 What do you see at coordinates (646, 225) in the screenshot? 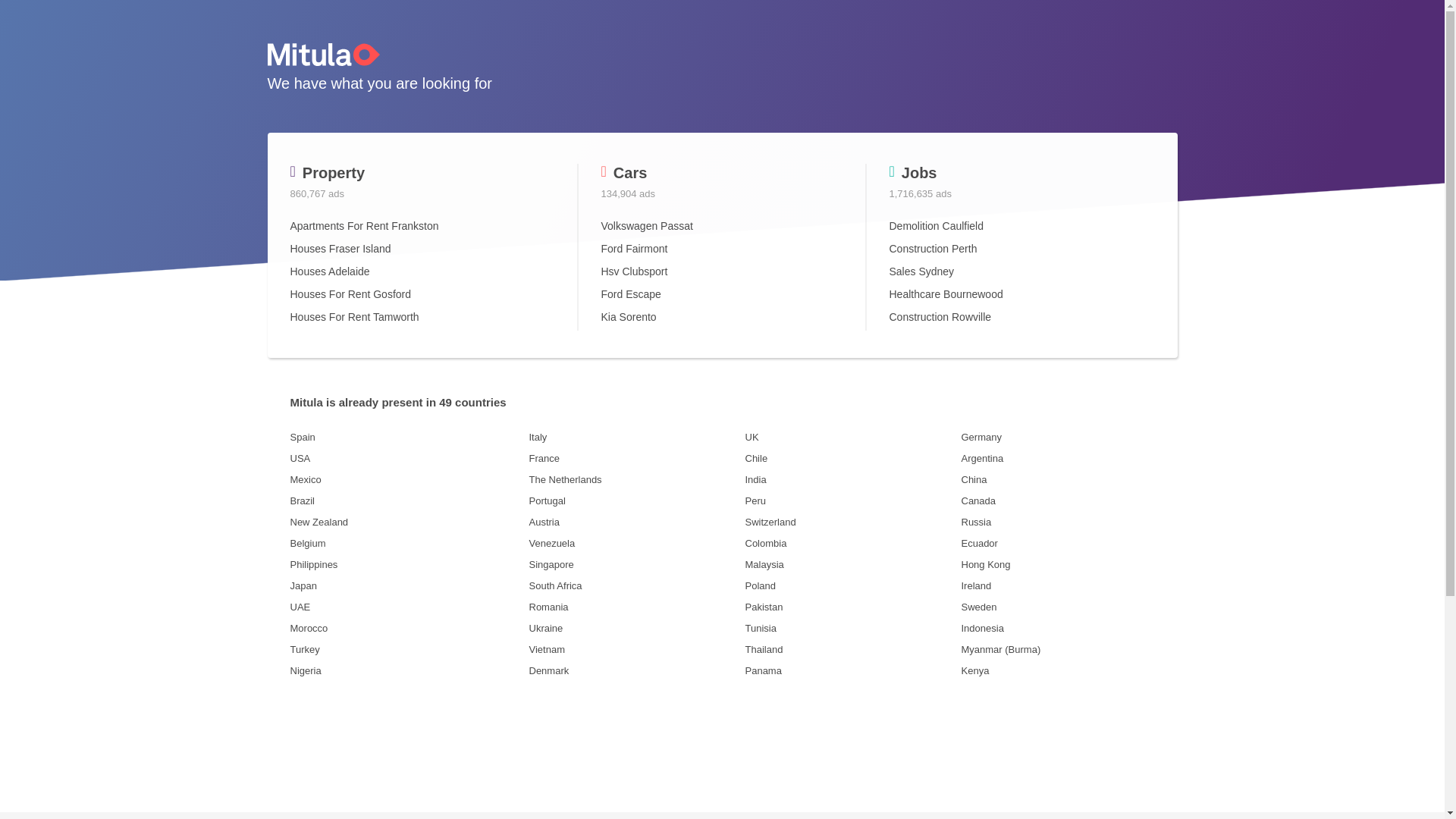
I see `'Volkswagen Passat'` at bounding box center [646, 225].